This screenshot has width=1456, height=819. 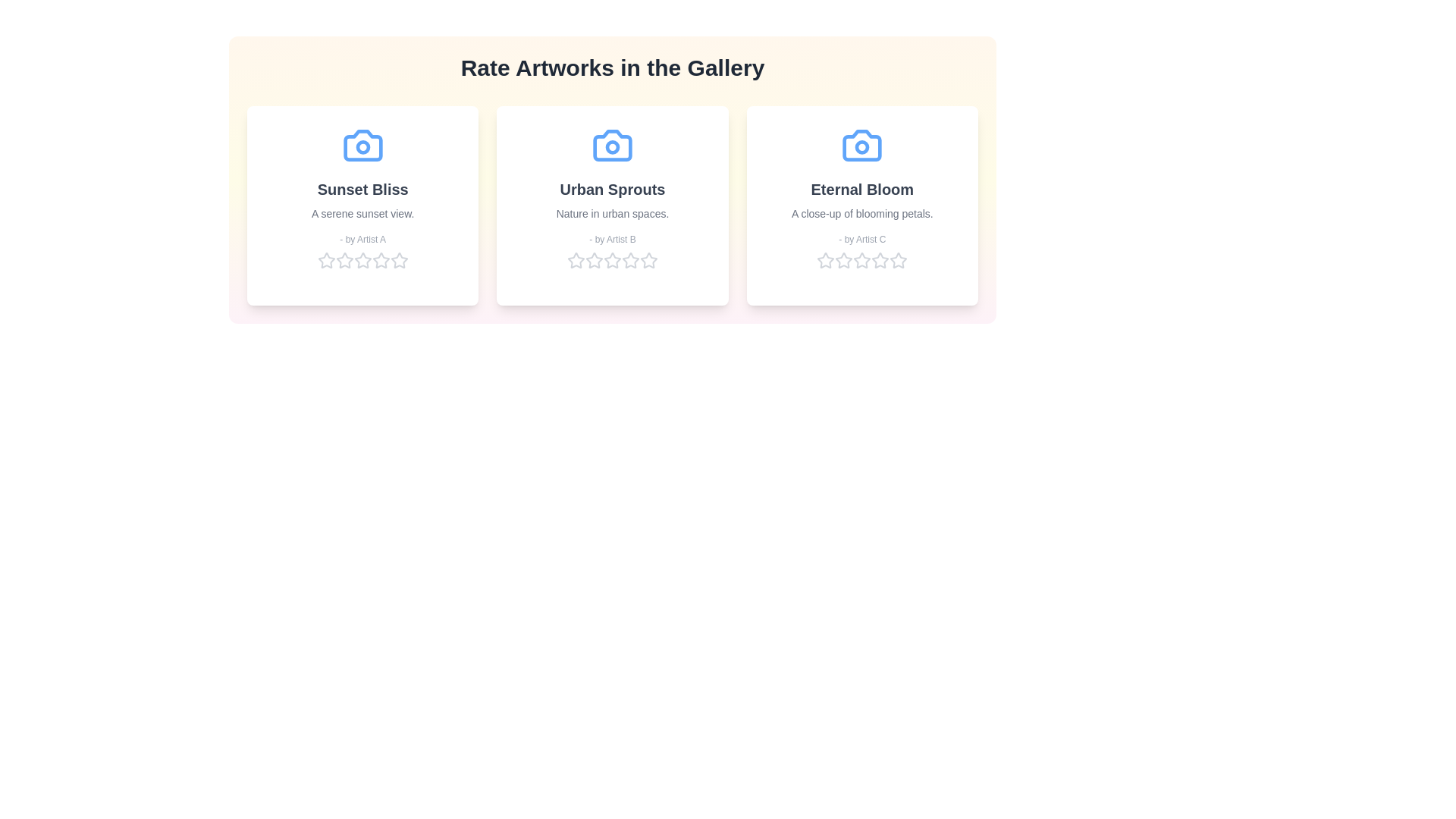 I want to click on the star corresponding to 4 for the artwork 'Urban Sprouts' to set its rating, so click(x=630, y=259).